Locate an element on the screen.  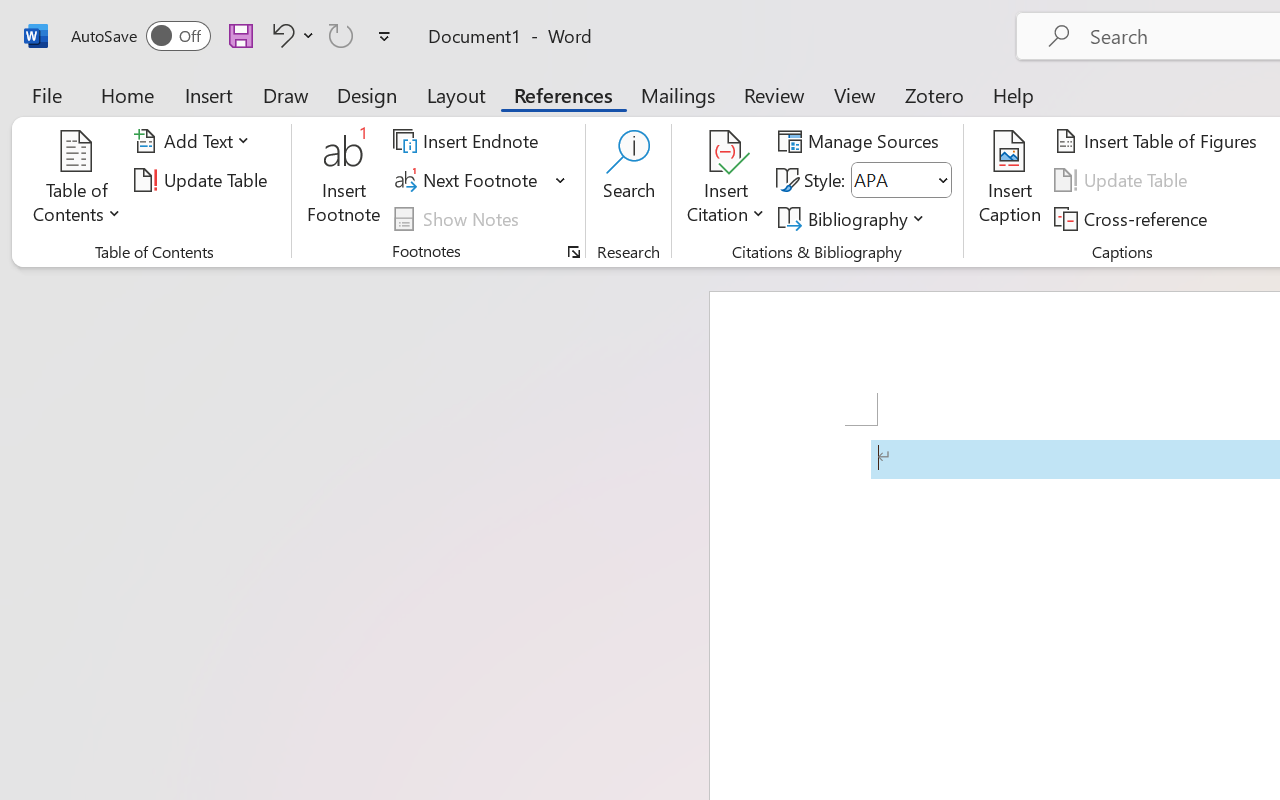
'Insert Table of Figures...' is located at coordinates (1159, 141).